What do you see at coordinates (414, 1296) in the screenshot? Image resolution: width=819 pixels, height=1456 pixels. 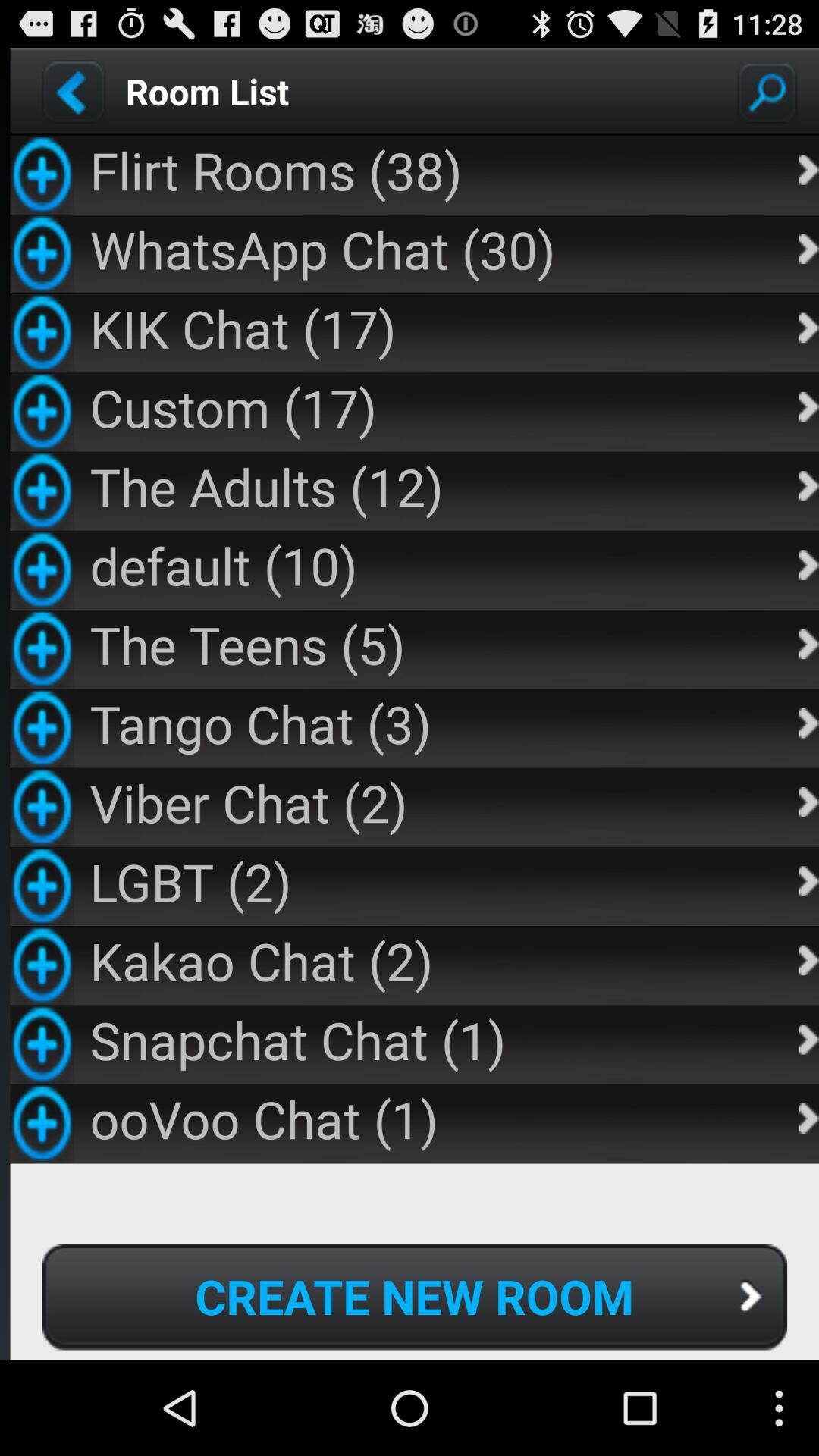 I see `app below oovoo chat (1) item` at bounding box center [414, 1296].